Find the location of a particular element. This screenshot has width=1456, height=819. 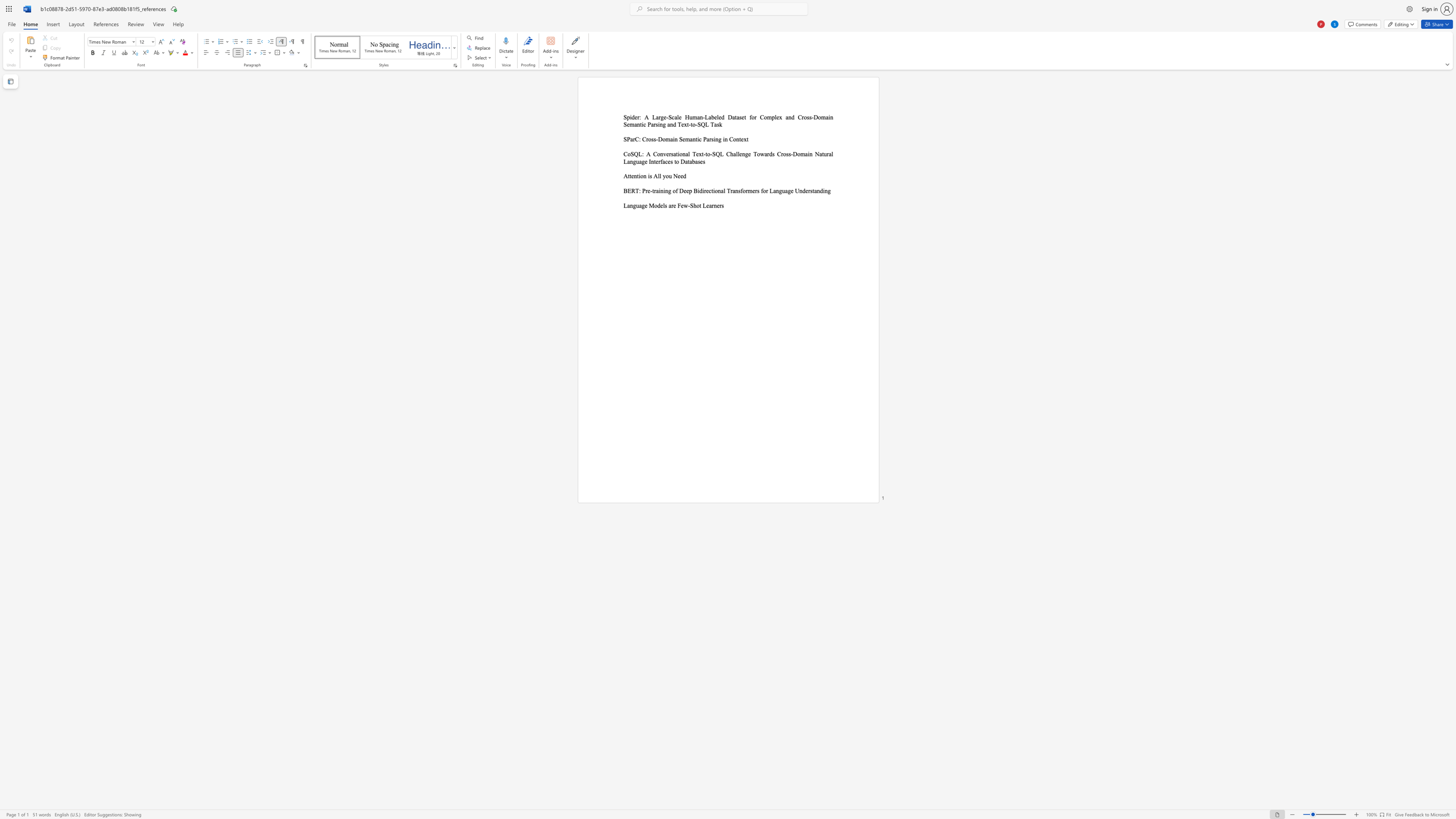

the subset text "main Semantic Parsing and T" within the text "Spider: A Large-Scale Human-Labeled Dataset for Complex and Cross-Domain Semantic Parsing and Text-to-SQL Task" is located at coordinates (821, 117).